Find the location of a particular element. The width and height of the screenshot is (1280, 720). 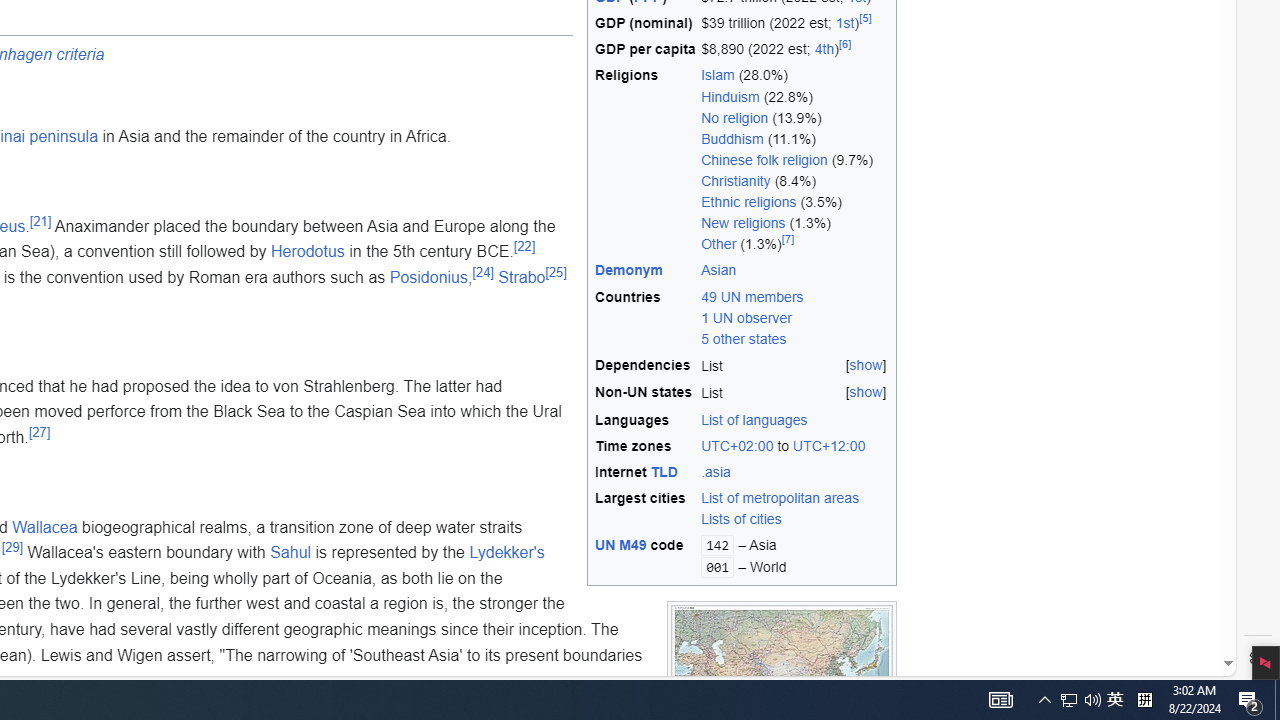

'1st' is located at coordinates (844, 23).